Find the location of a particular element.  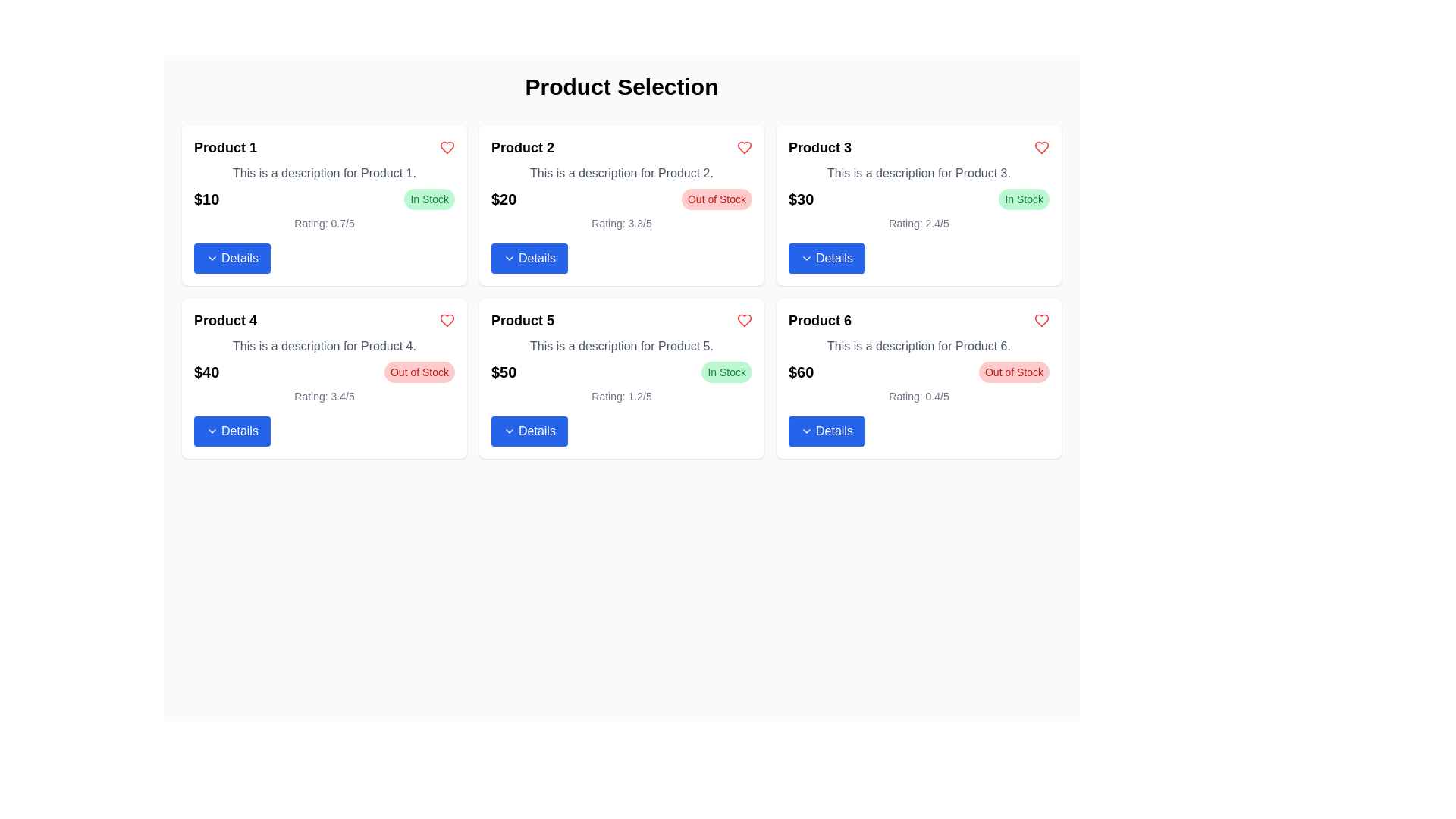

the static text display element showing 'Rating: 1.2/5' located underneath the pricing information of 'Product 5', positioned above the 'Details' button is located at coordinates (622, 396).